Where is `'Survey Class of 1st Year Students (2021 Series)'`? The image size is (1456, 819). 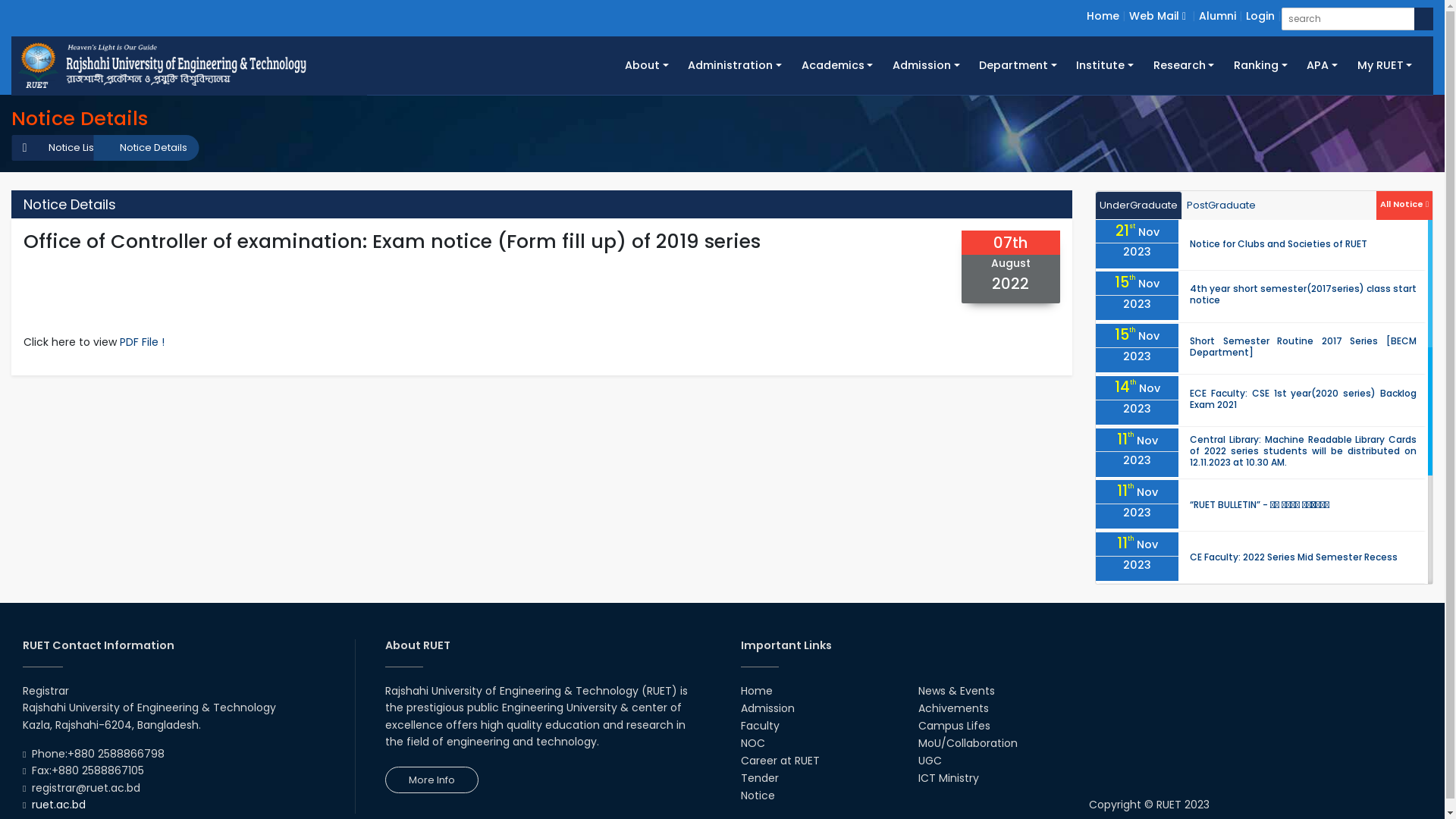
'Survey Class of 1st Year Students (2021 Series)' is located at coordinates (1298, 660).